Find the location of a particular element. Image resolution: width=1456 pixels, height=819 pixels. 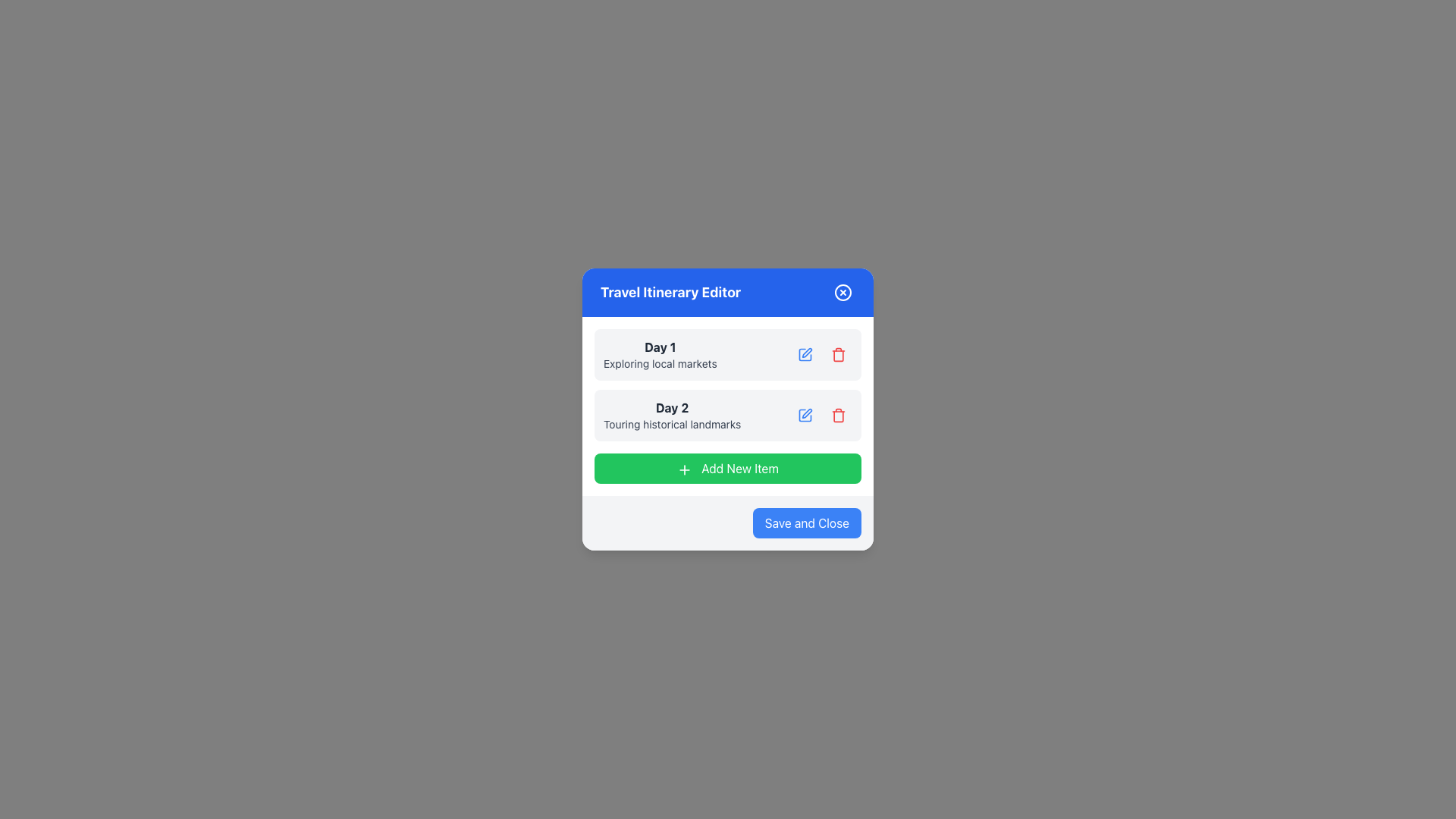

the trash bin icon button located next to 'Day 2' is located at coordinates (837, 415).